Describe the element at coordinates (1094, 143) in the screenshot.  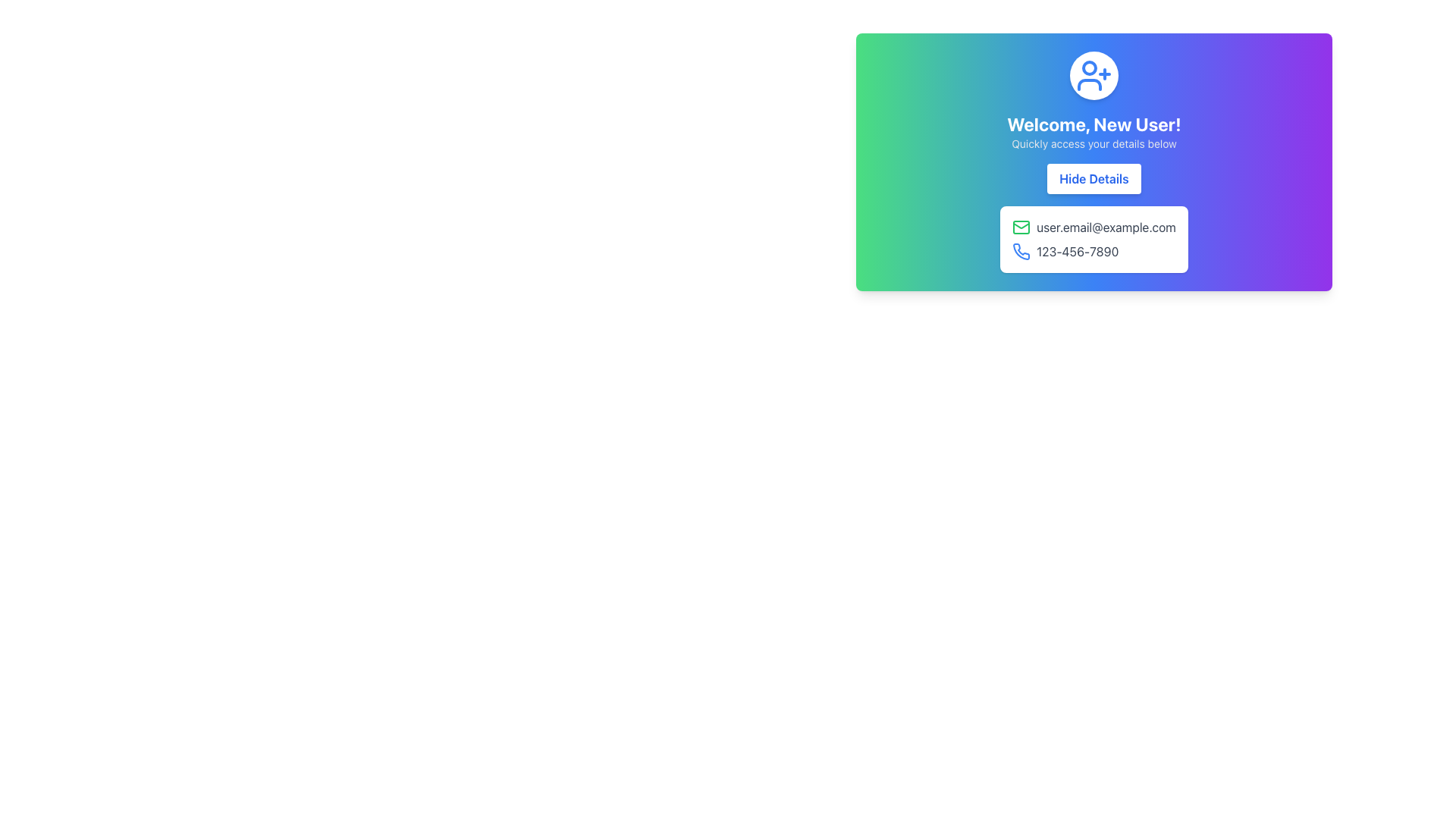
I see `the static text displaying 'Quickly access your details below.' which is located beneath the header 'Welcome, New User!' and above the 'Hide Details' button` at that location.